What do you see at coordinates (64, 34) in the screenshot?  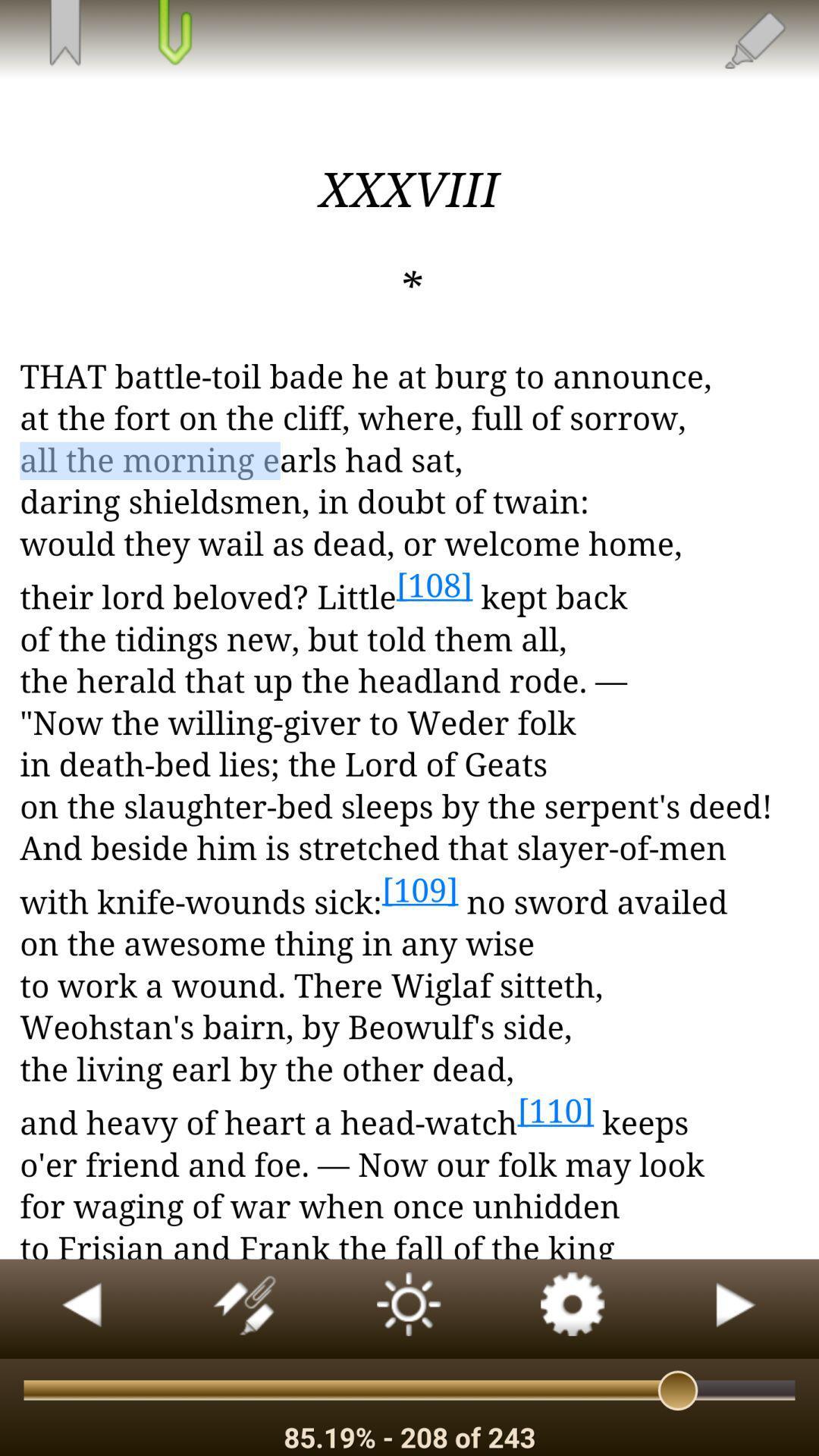 I see `save` at bounding box center [64, 34].